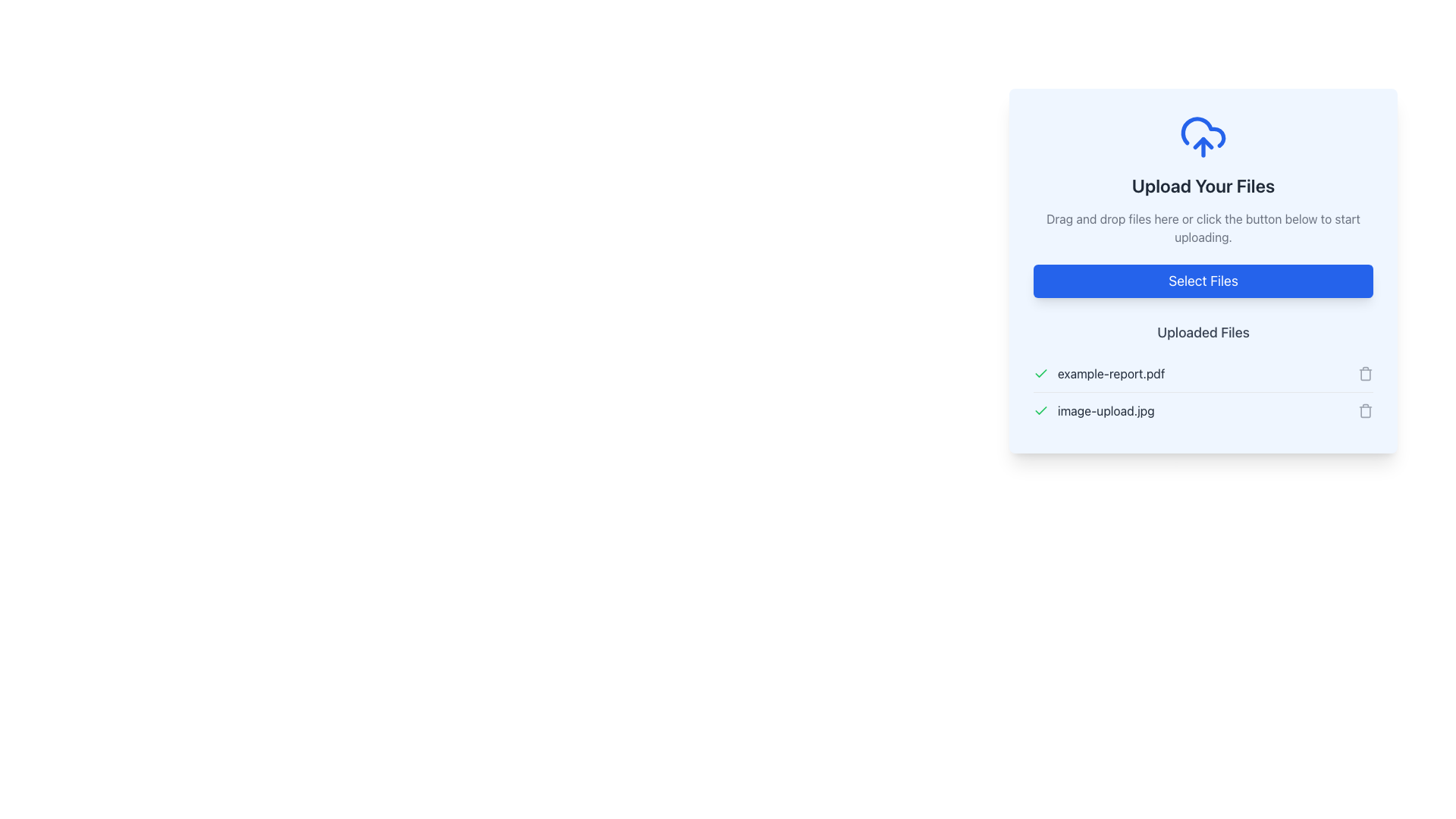 The width and height of the screenshot is (1456, 819). What do you see at coordinates (1203, 143) in the screenshot?
I see `the graphical upload icon located within the cloud icon at the top center of the interface, positioned above the text 'Upload Your Files.'` at bounding box center [1203, 143].